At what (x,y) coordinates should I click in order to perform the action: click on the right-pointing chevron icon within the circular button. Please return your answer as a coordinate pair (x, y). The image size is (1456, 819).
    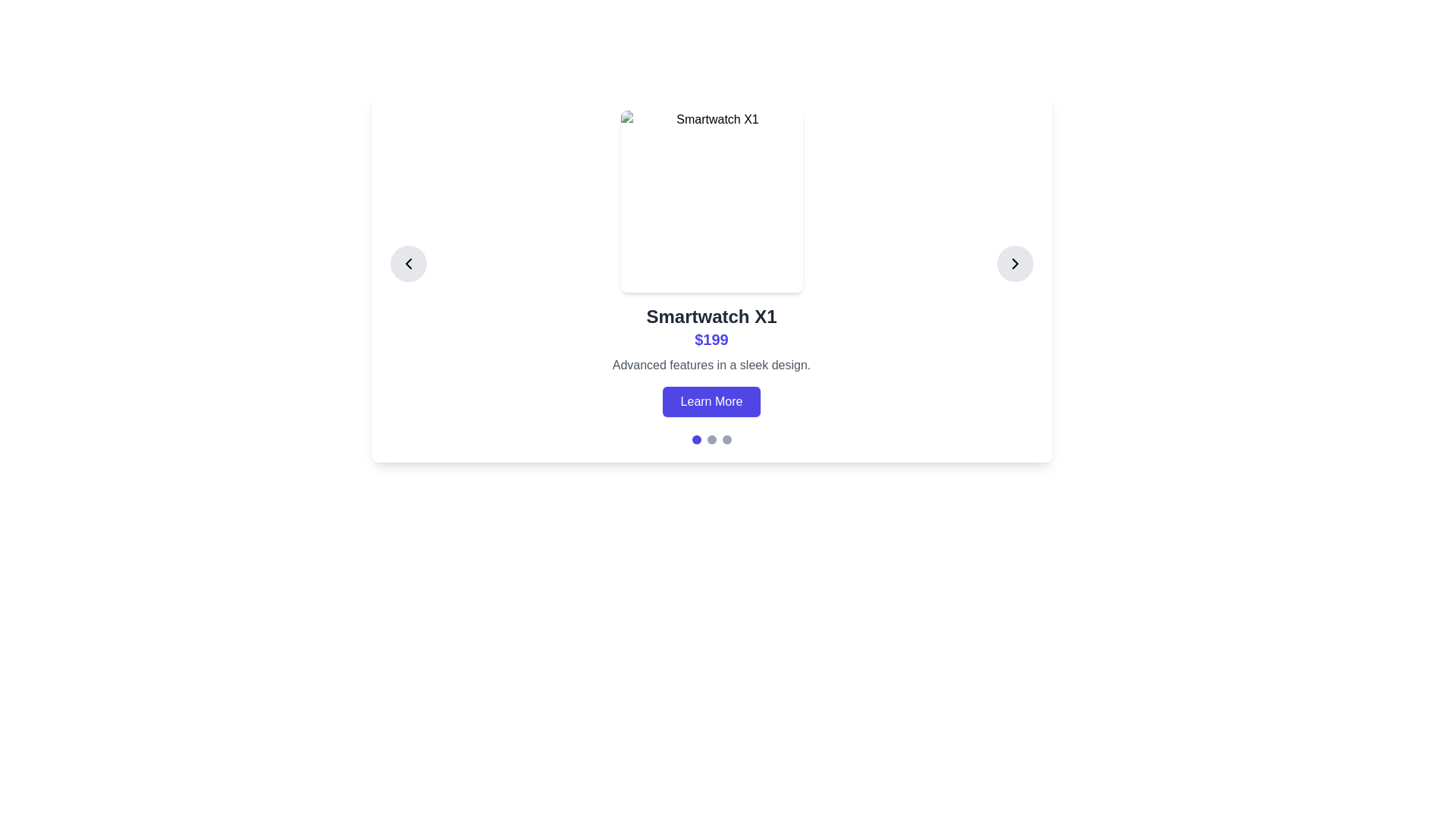
    Looking at the image, I should click on (1015, 262).